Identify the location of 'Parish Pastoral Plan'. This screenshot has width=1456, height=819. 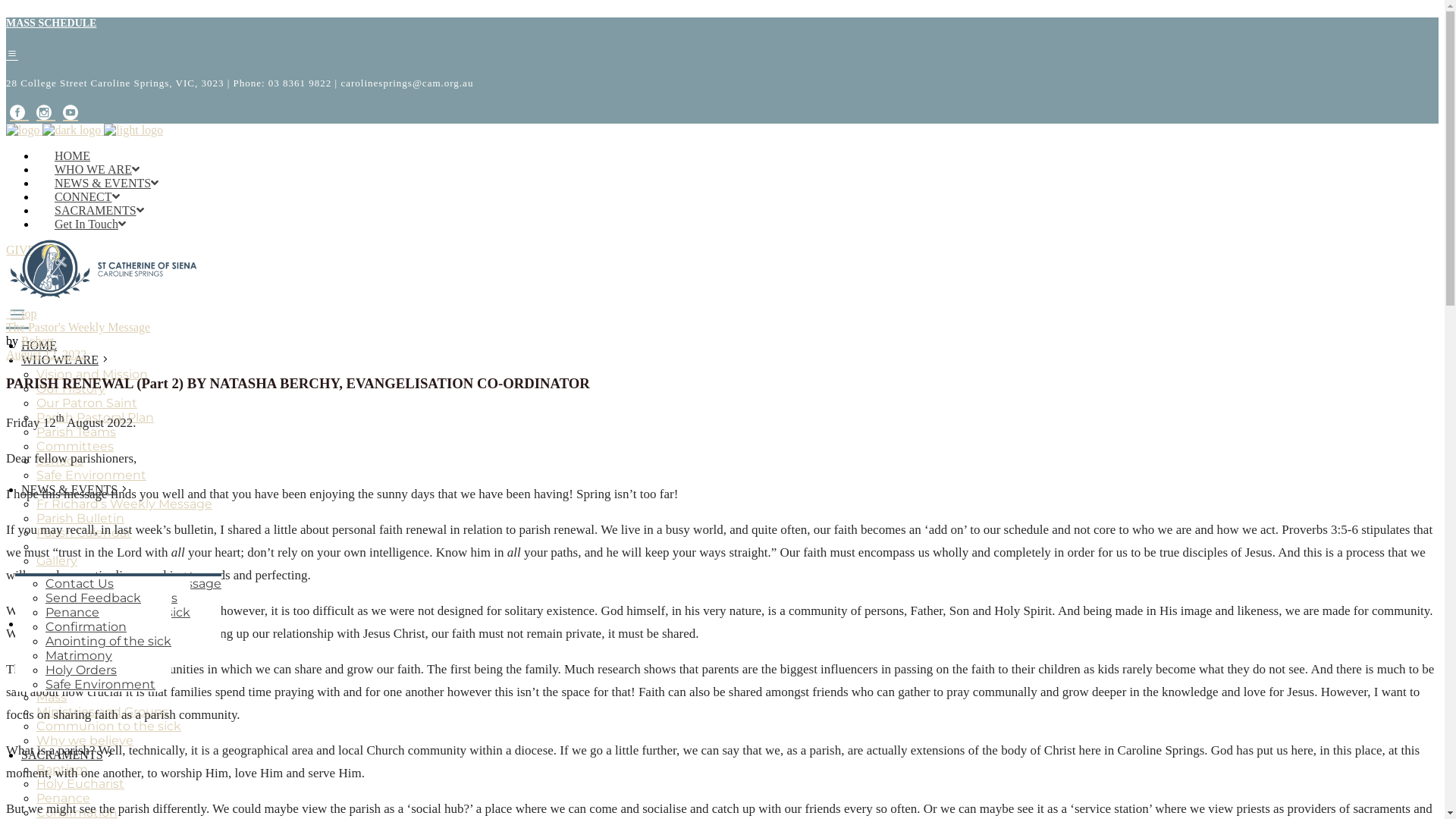
(36, 417).